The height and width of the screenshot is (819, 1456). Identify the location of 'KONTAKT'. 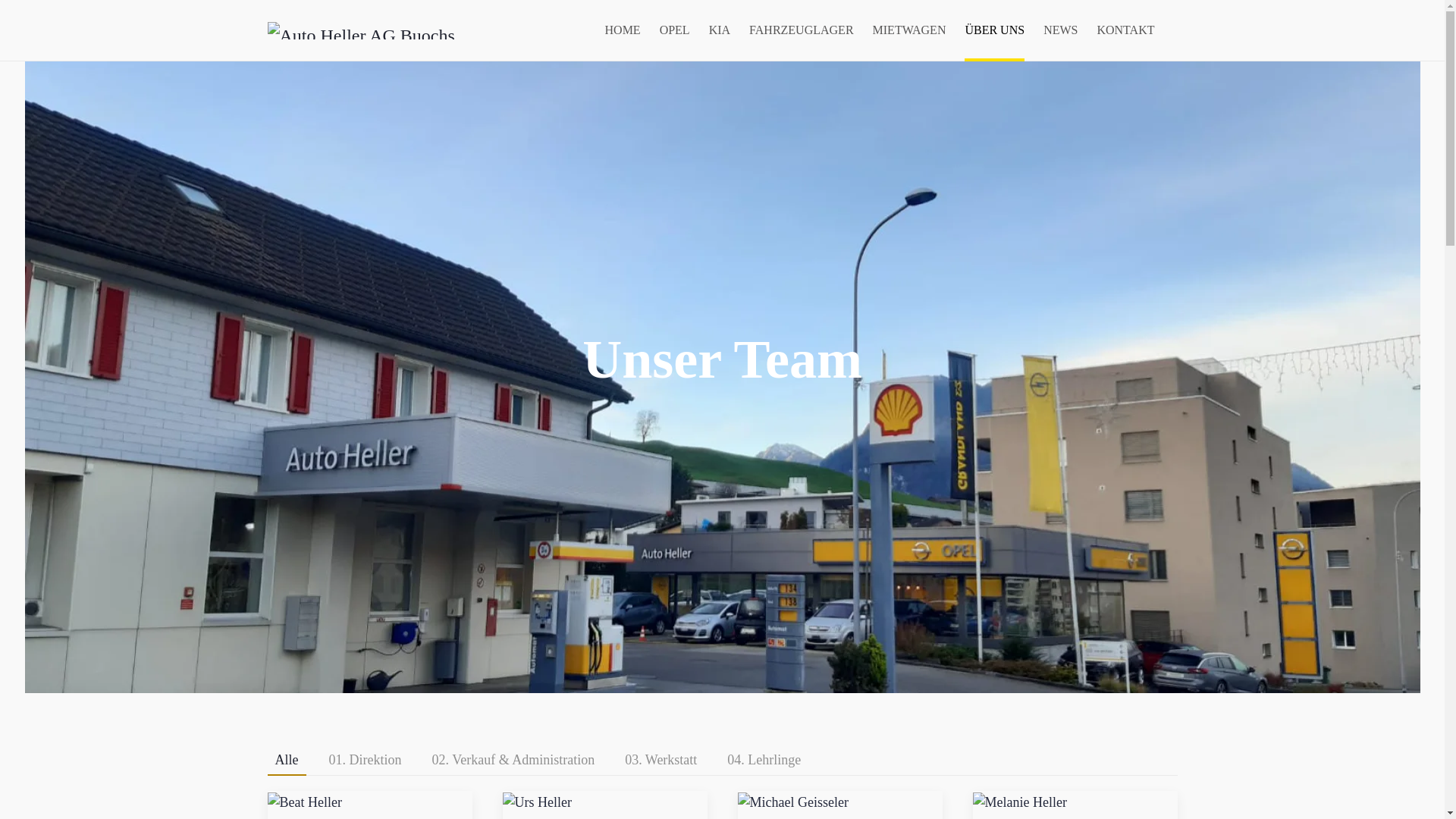
(1125, 30).